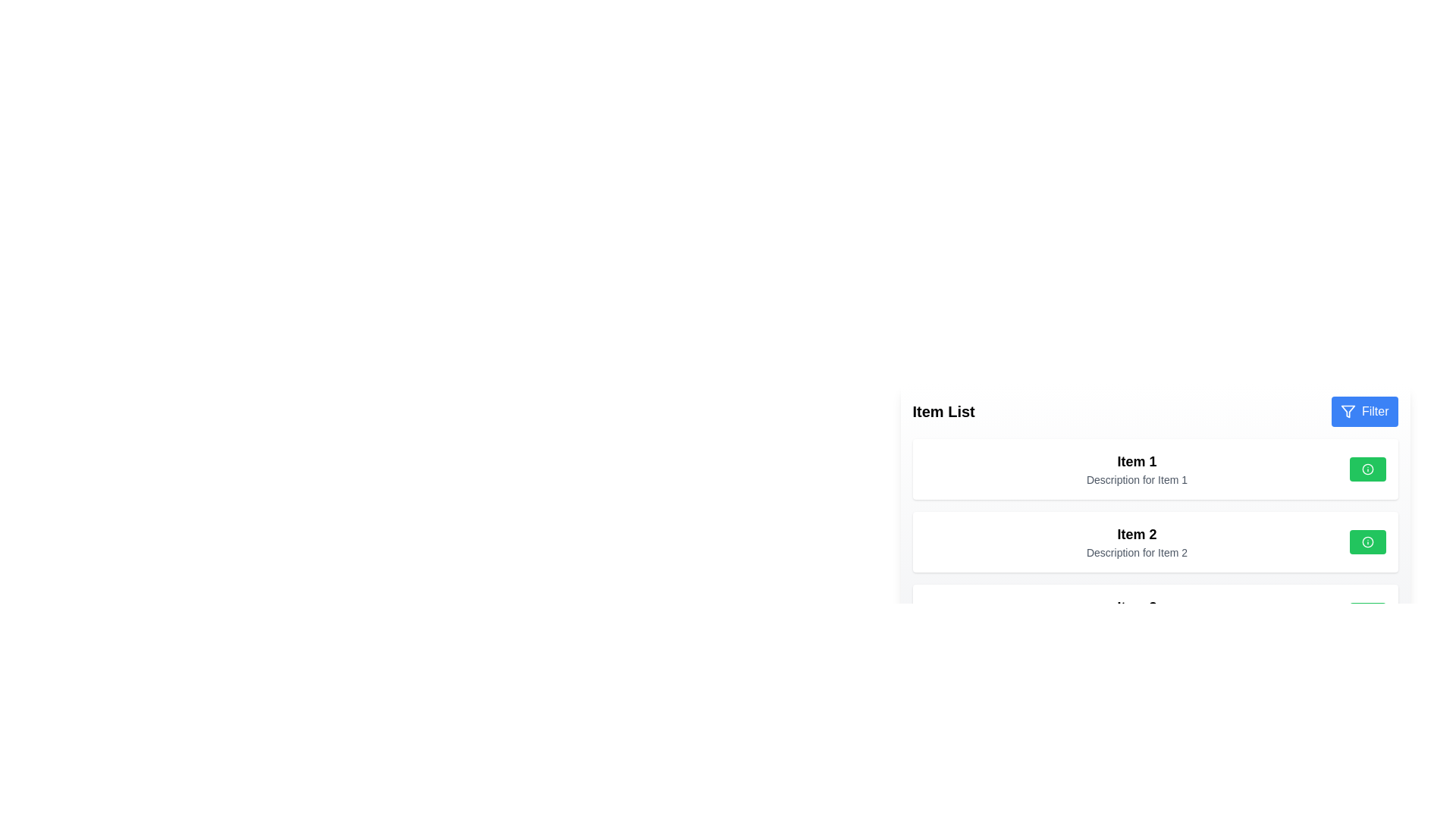  What do you see at coordinates (1137, 468) in the screenshot?
I see `the first list item displaying its title and description` at bounding box center [1137, 468].